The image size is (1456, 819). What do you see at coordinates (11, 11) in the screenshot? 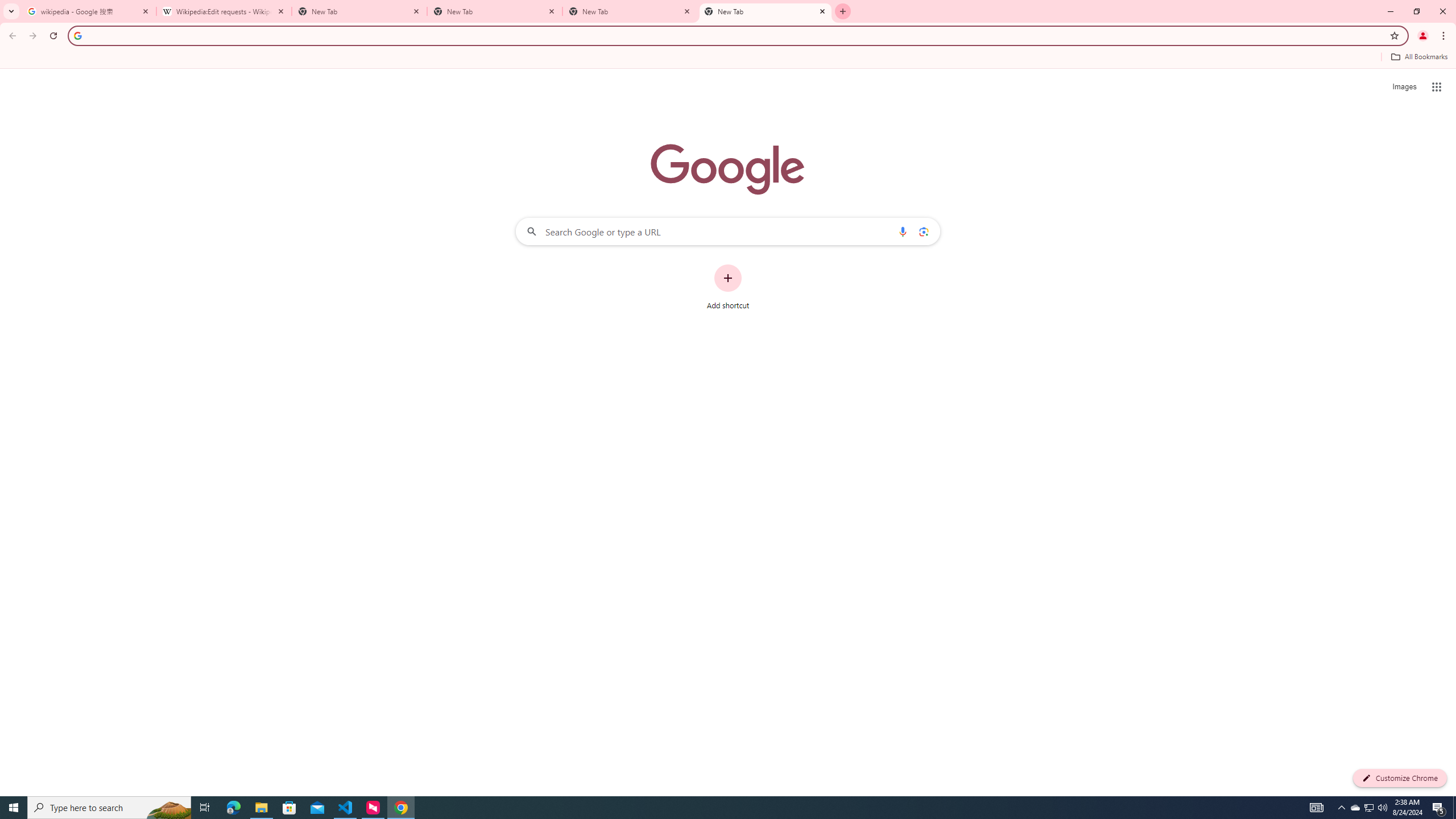
I see `'Search tabs'` at bounding box center [11, 11].